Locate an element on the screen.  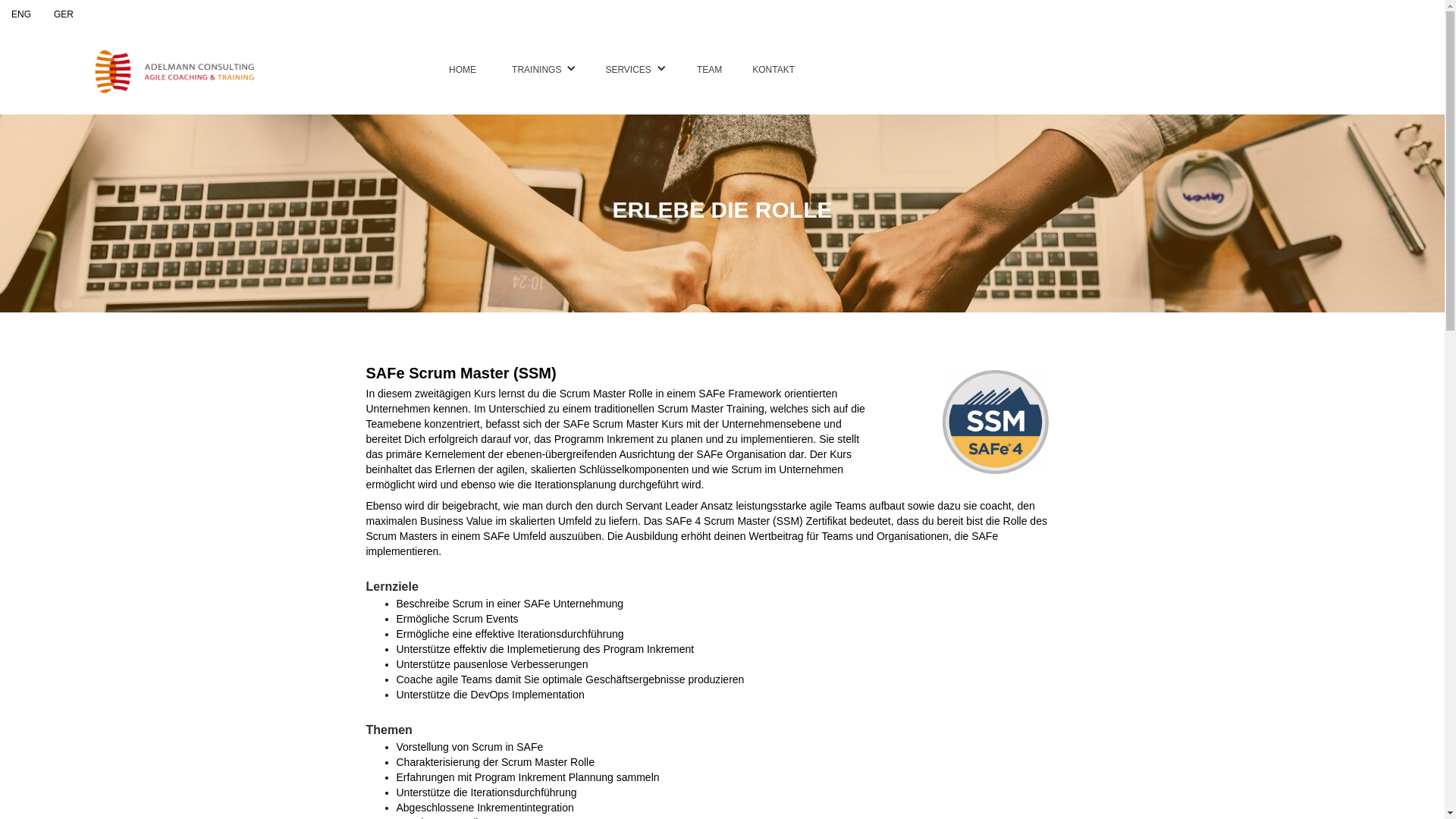
'TEAM' is located at coordinates (708, 70).